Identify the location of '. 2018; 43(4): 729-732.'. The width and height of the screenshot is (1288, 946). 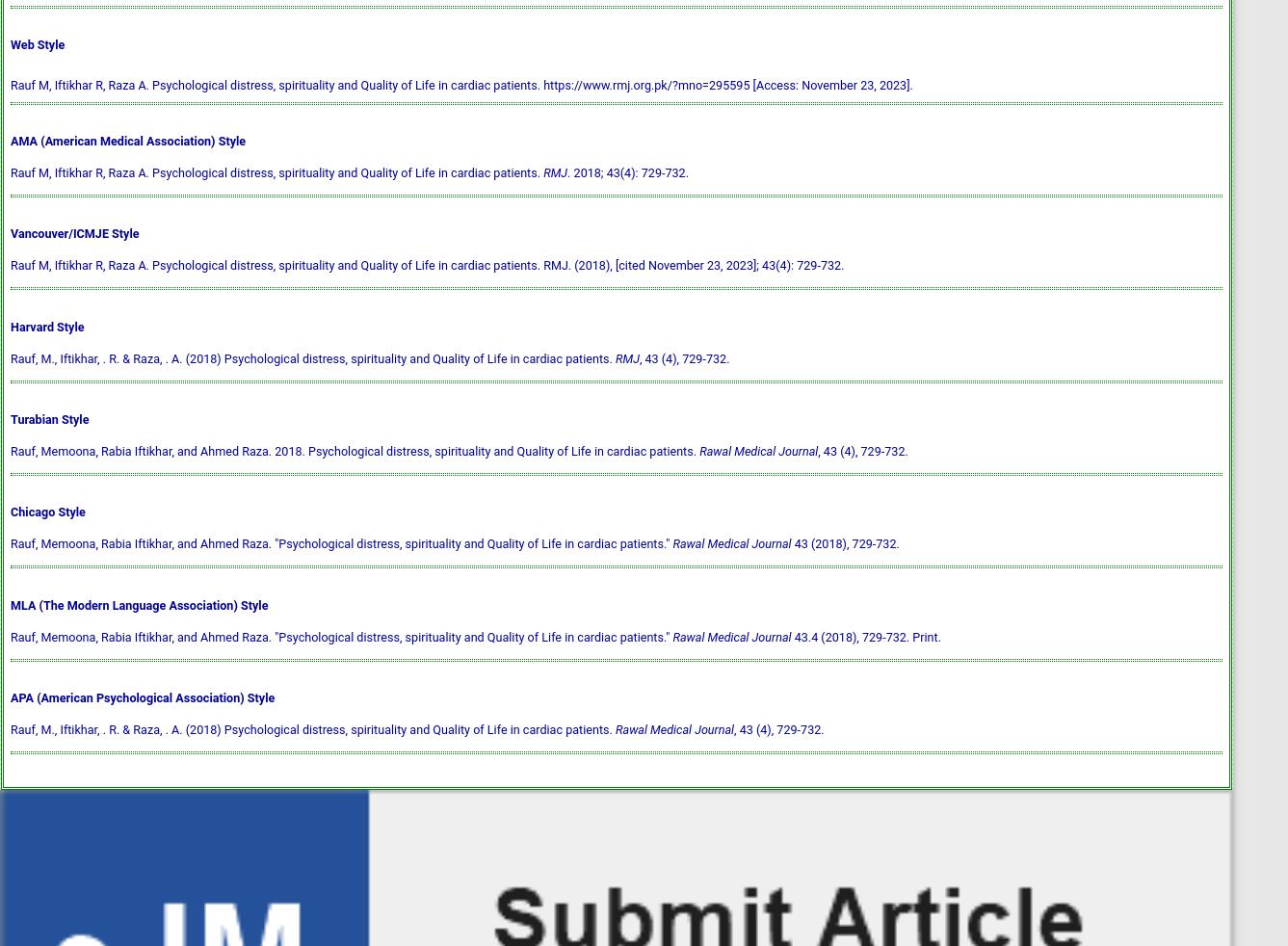
(566, 171).